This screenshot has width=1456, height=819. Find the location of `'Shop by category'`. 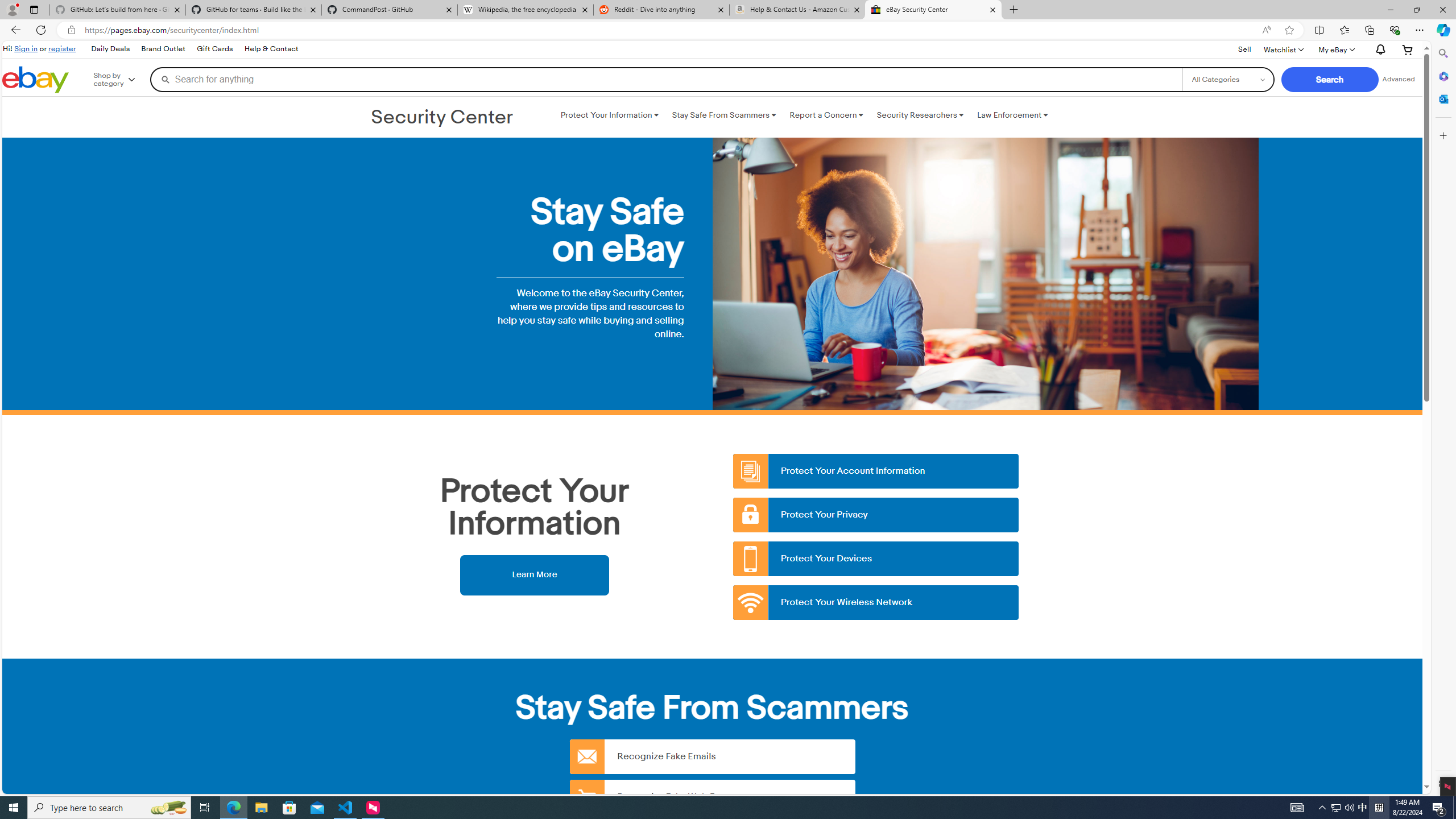

'Shop by category' is located at coordinates (122, 78).